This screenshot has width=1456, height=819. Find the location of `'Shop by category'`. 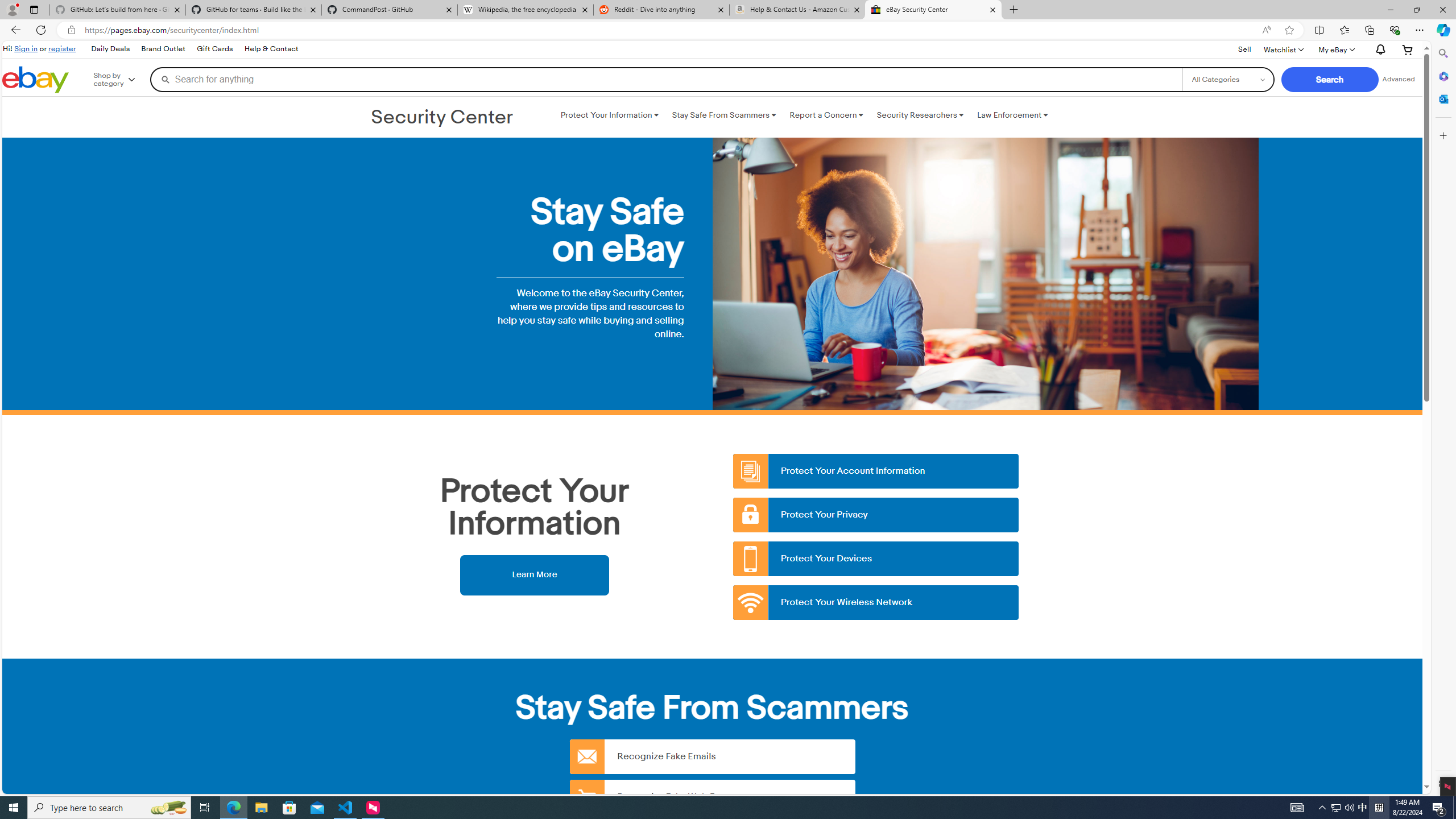

'Shop by category' is located at coordinates (122, 78).